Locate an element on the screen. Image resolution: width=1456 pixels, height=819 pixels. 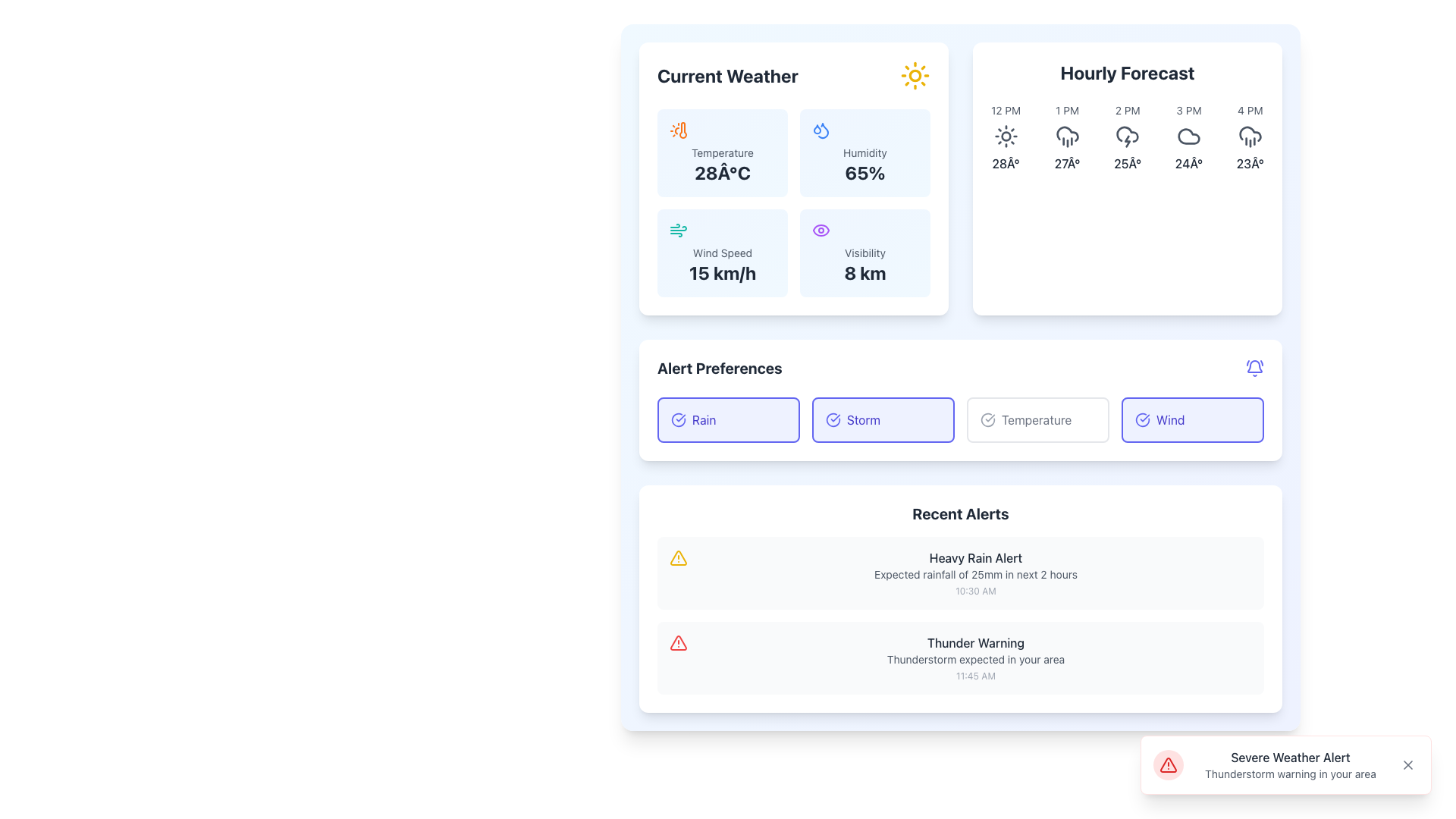
the static text display that shows the temperature value for 12 PM in the hourly forecast section is located at coordinates (1006, 164).